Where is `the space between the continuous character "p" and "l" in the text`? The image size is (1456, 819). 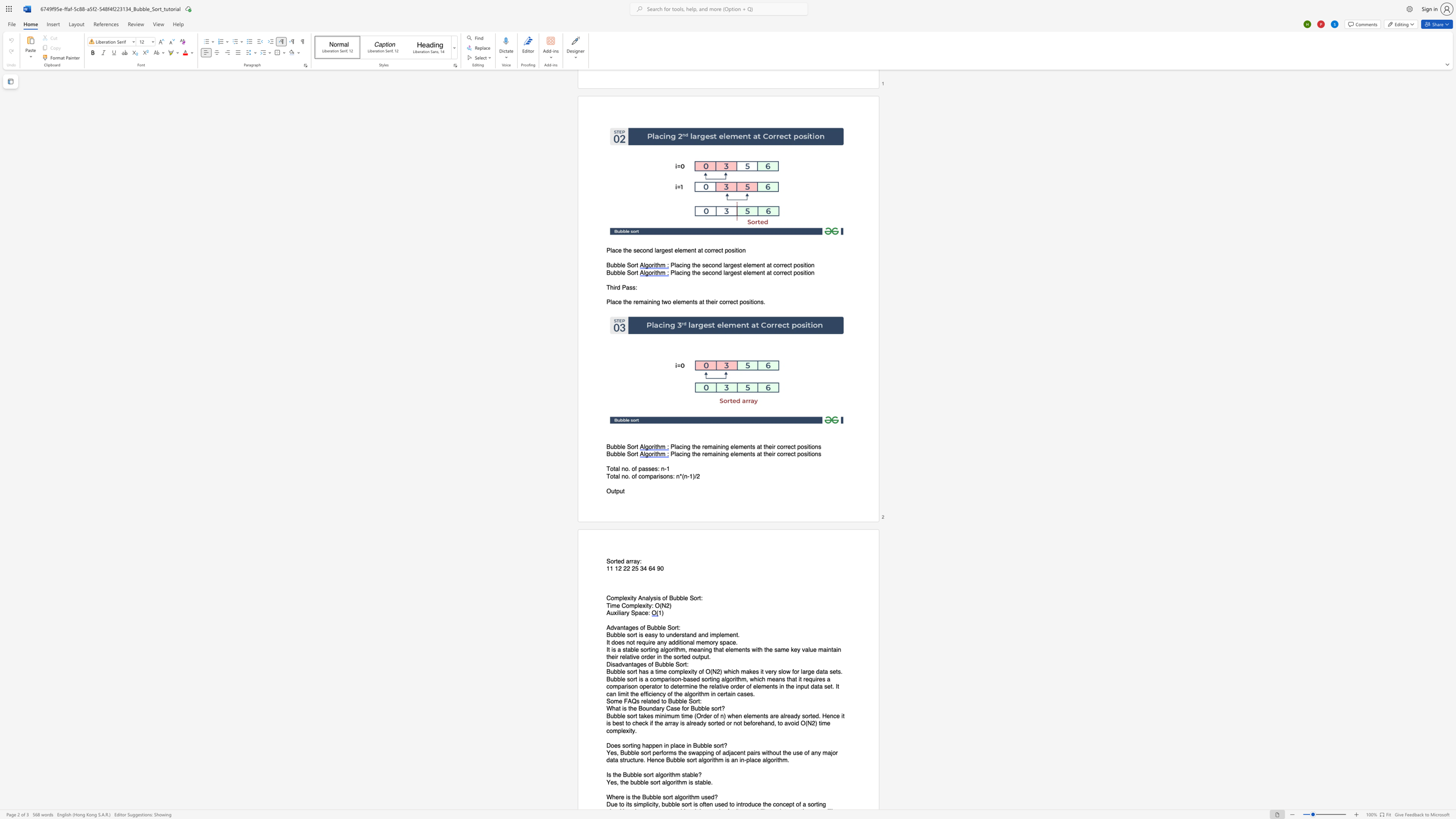 the space between the continuous character "p" and "l" in the text is located at coordinates (637, 605).